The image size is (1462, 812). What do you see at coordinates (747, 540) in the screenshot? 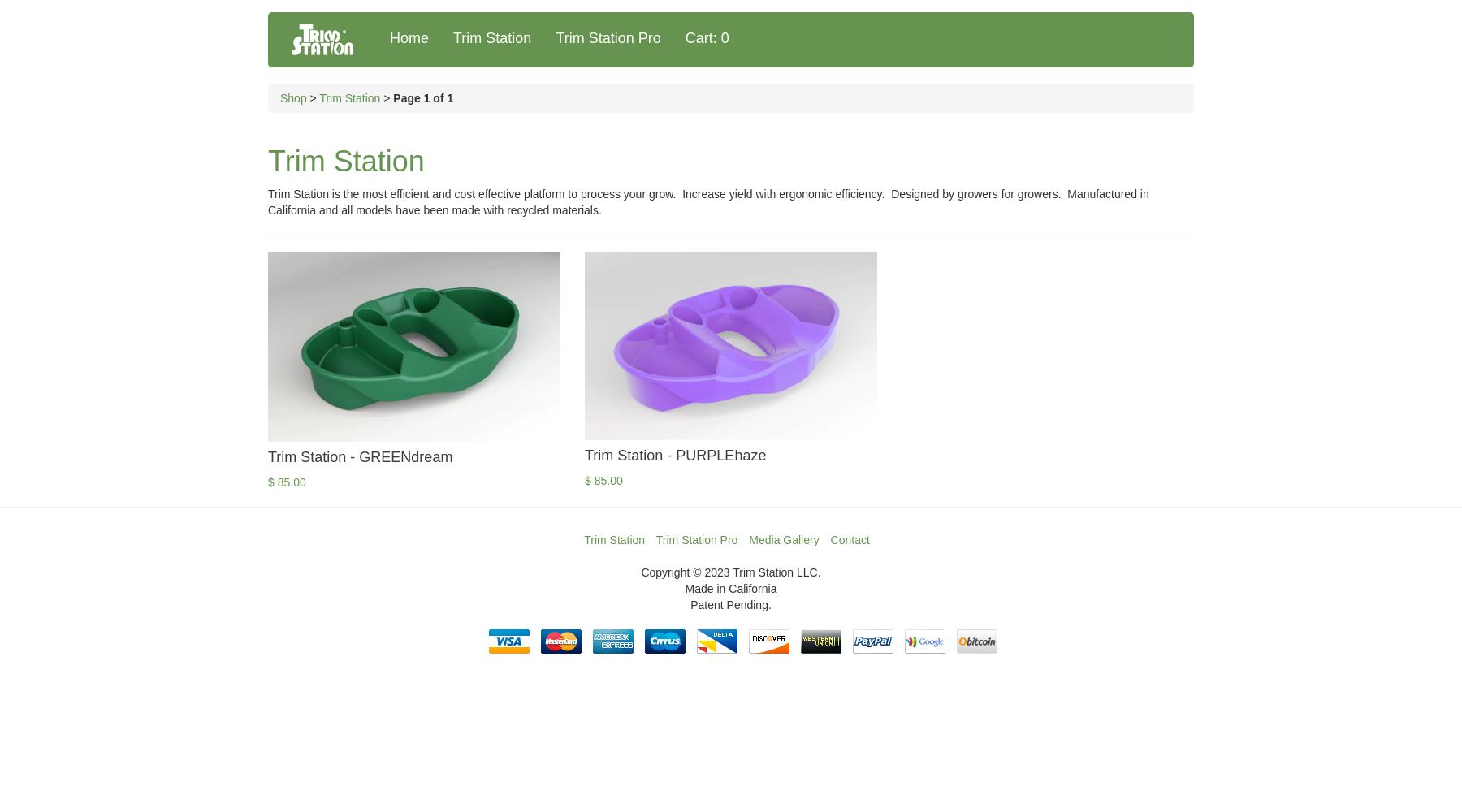
I see `'Media Gallery'` at bounding box center [747, 540].